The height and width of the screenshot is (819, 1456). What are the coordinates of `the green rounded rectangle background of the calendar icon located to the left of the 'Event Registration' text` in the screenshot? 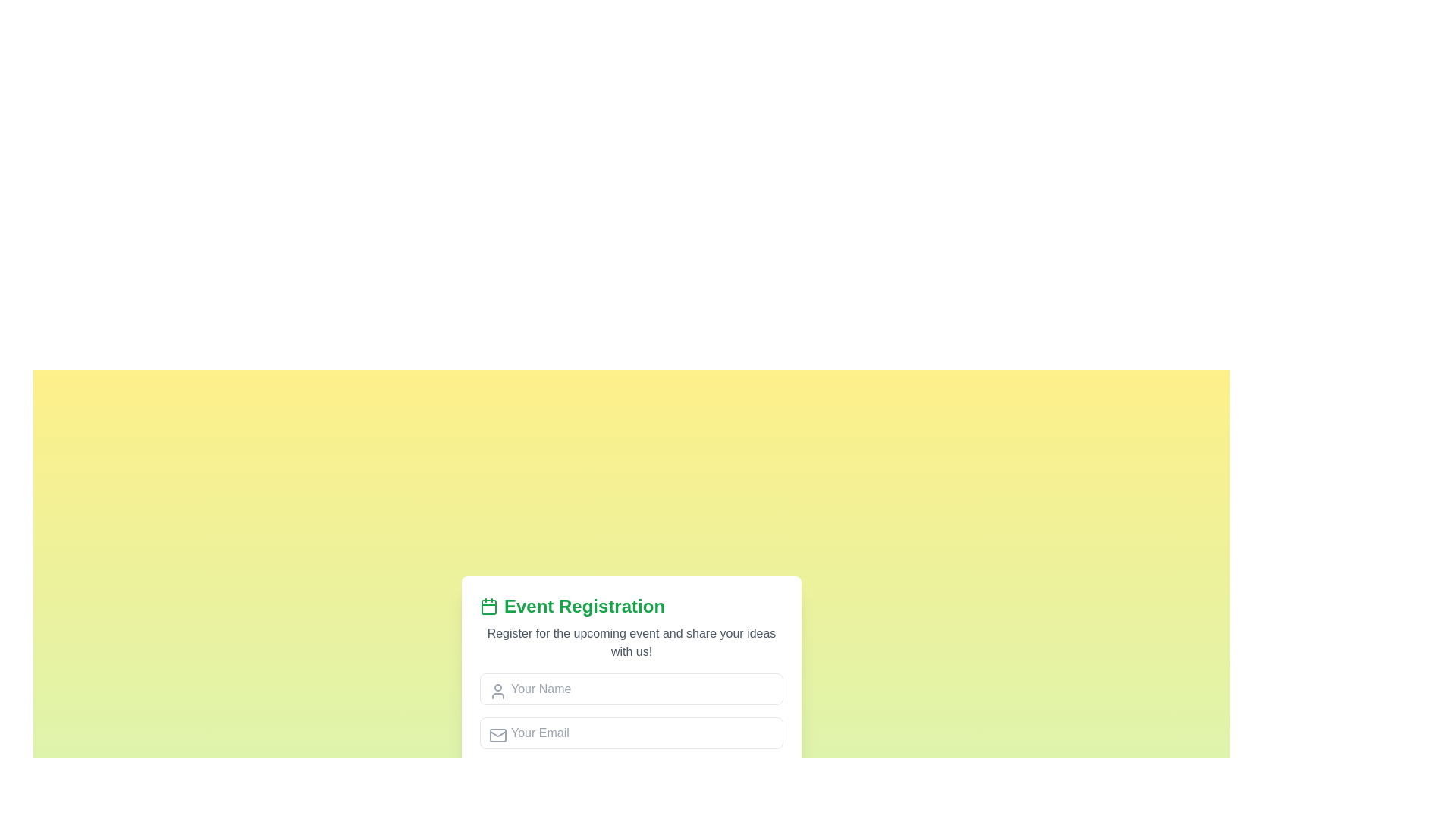 It's located at (488, 605).